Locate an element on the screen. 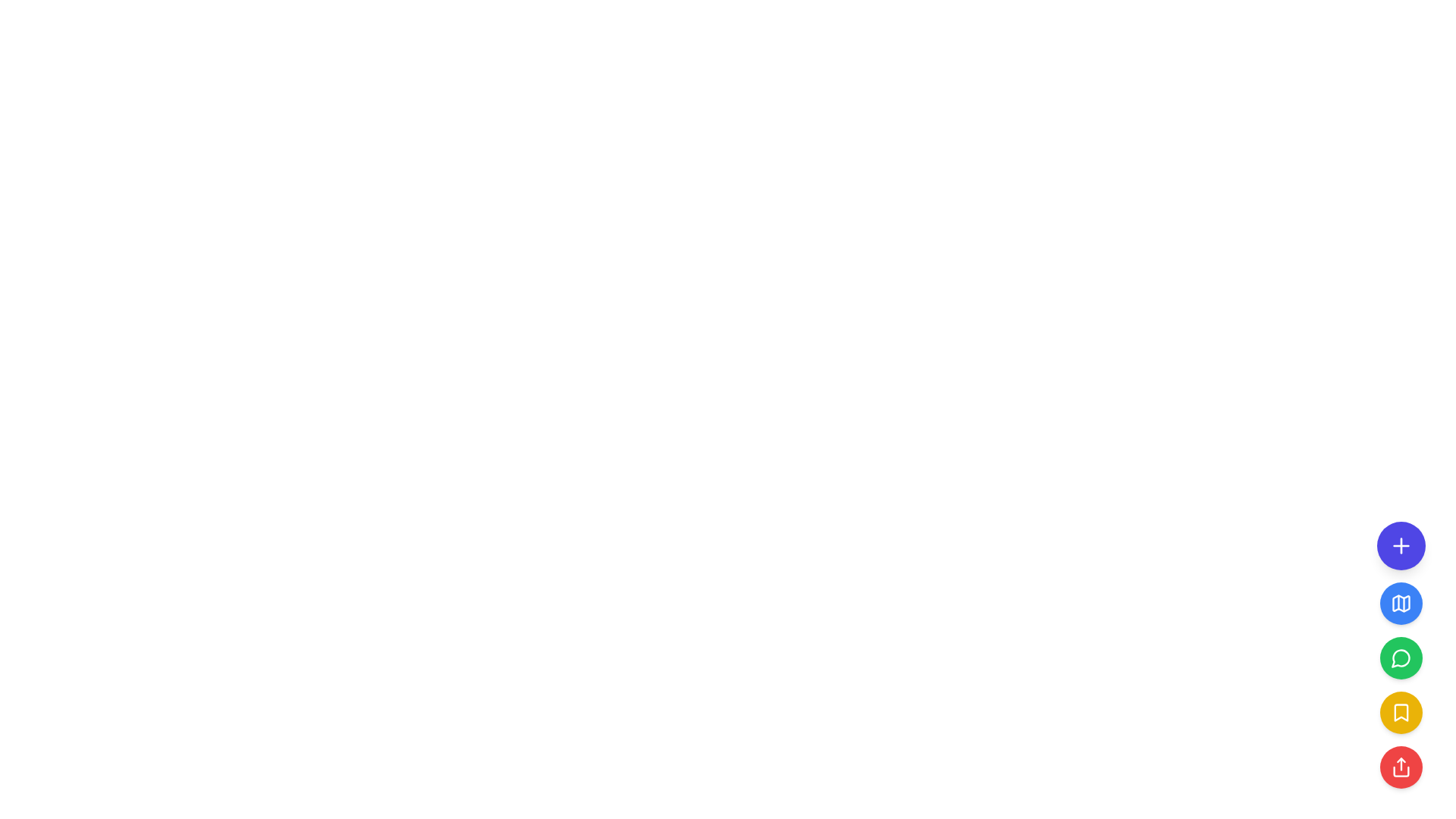 This screenshot has width=1456, height=819. the third button in the vertical stack located at the bottom right corner of the interface is located at coordinates (1401, 654).